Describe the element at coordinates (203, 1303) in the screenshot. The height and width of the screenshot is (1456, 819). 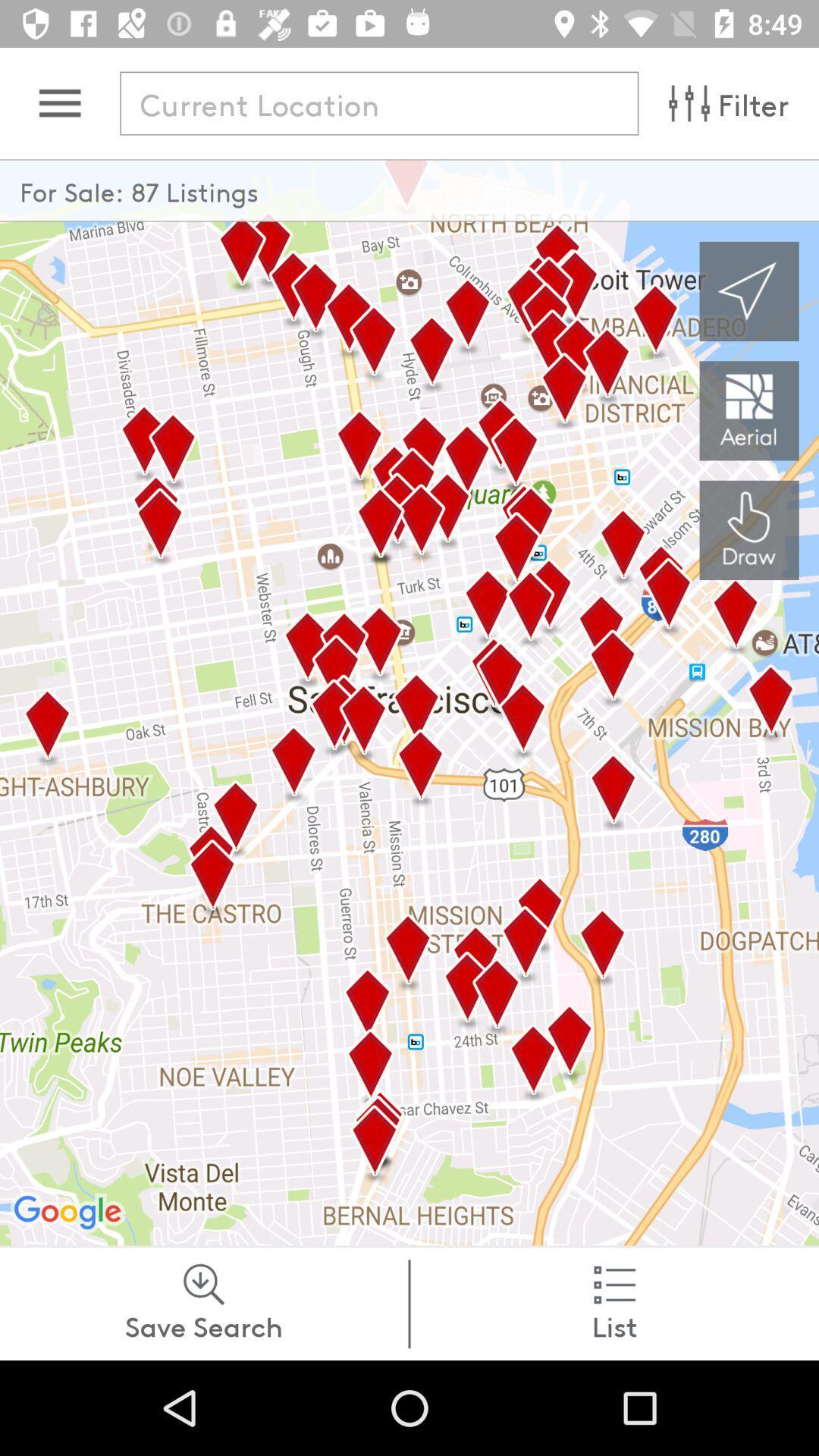
I see `save search item` at that location.